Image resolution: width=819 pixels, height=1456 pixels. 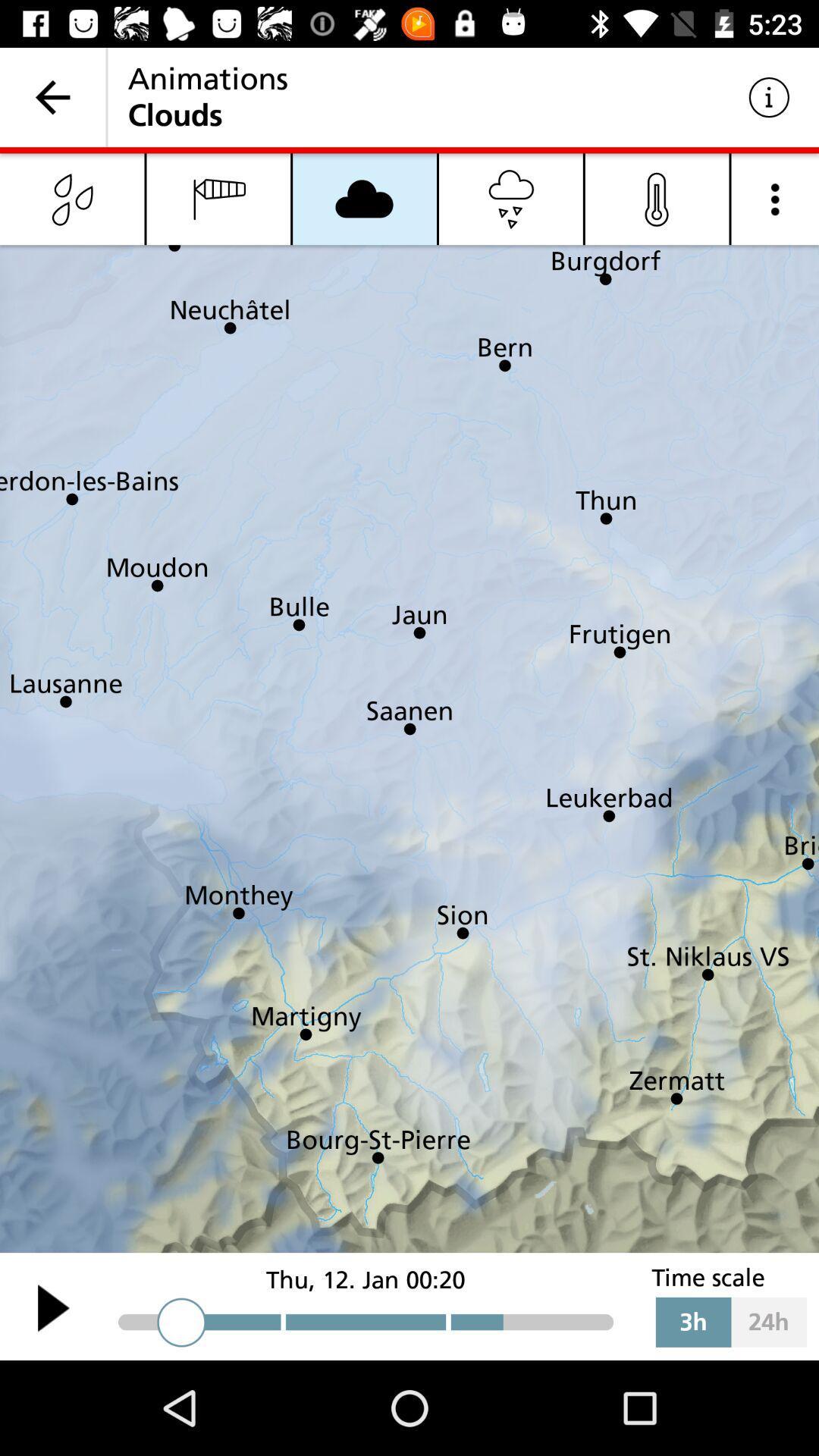 I want to click on the icon to the right of animations item, so click(x=769, y=96).